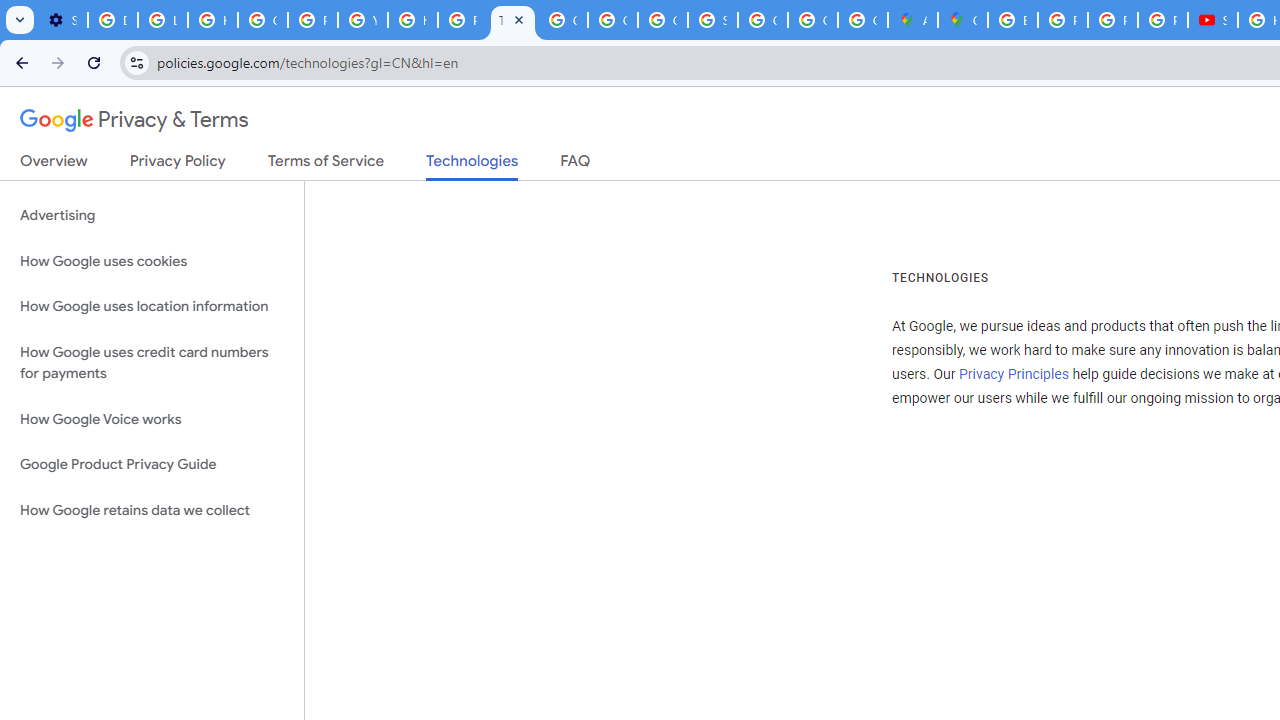  What do you see at coordinates (62, 20) in the screenshot?
I see `'Settings - Customize profile'` at bounding box center [62, 20].